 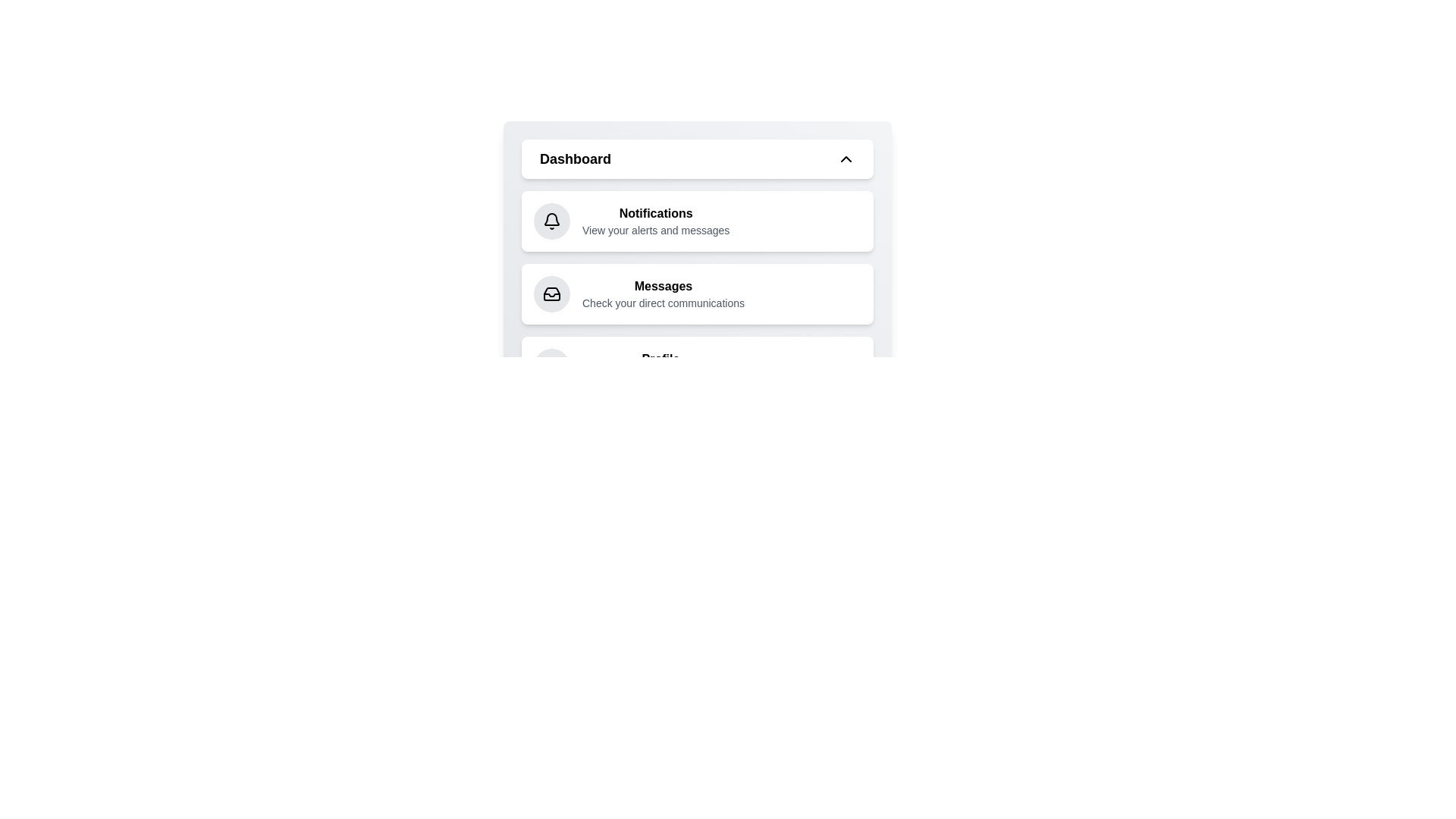 What do you see at coordinates (663, 287) in the screenshot?
I see `the text of the menu item Messages` at bounding box center [663, 287].